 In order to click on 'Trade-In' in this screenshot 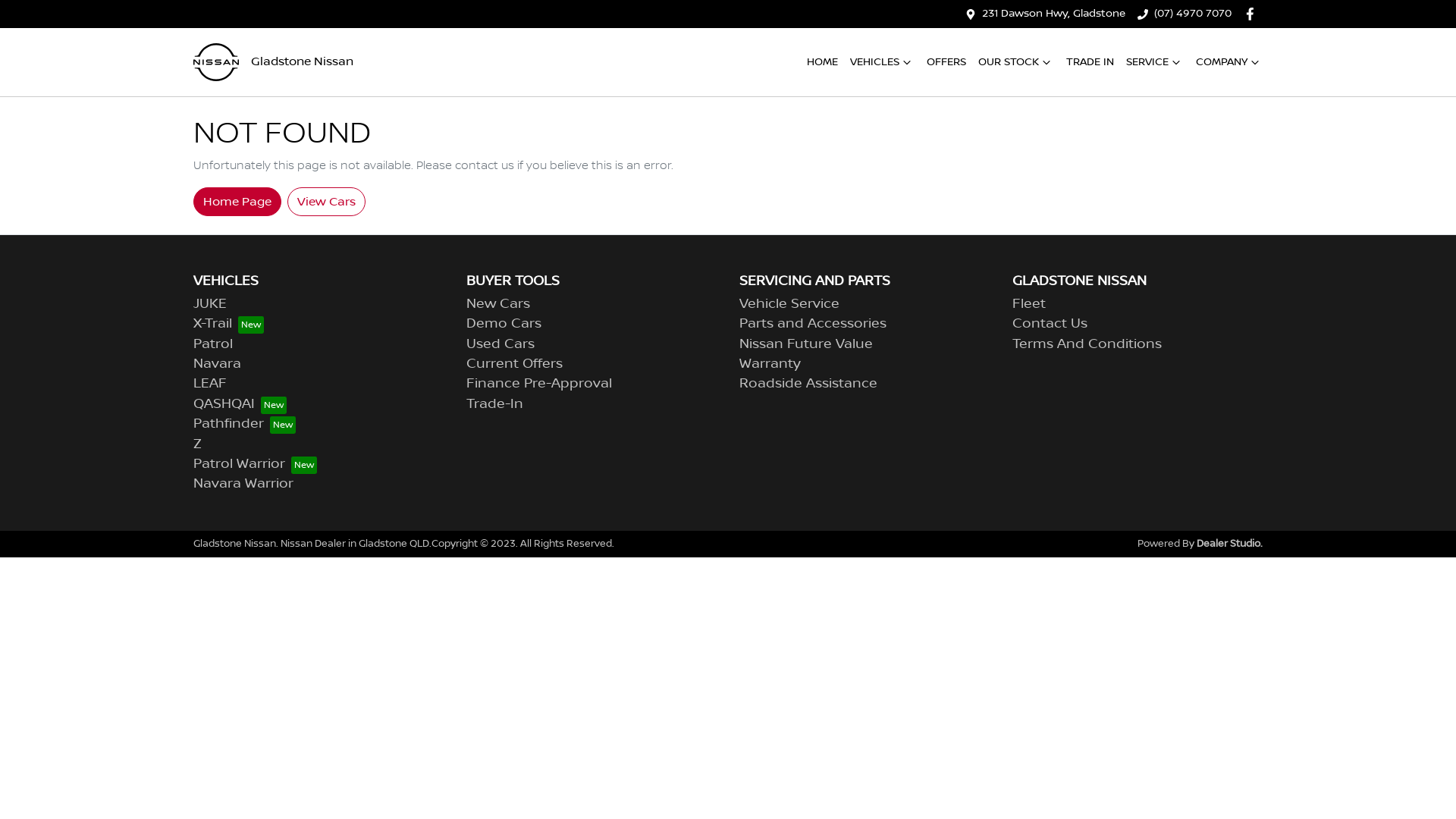, I will do `click(494, 403)`.